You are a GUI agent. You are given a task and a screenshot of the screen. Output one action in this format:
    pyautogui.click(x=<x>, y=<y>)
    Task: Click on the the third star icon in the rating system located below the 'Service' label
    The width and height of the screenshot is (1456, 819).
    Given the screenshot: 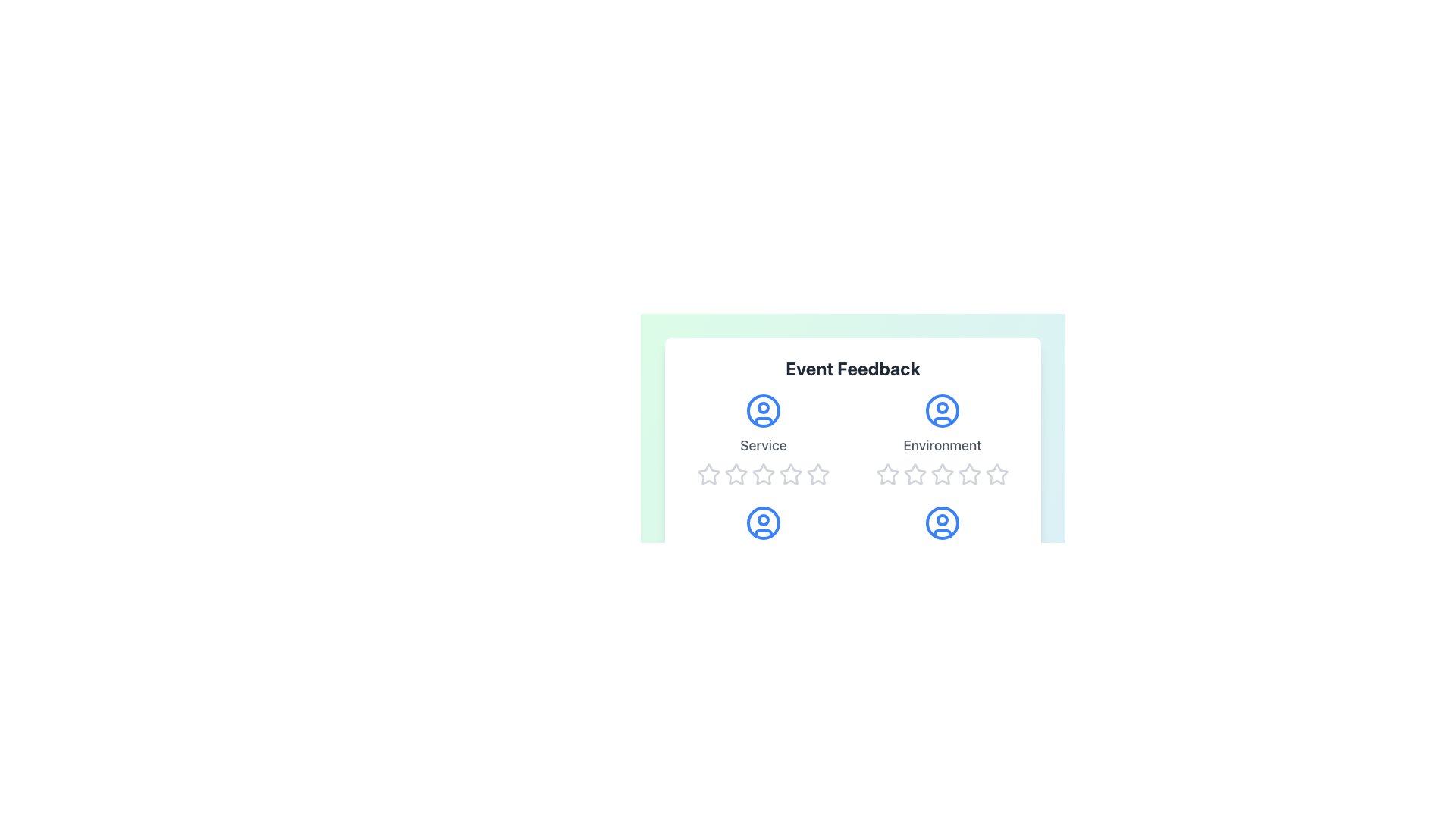 What is the action you would take?
    pyautogui.click(x=789, y=473)
    